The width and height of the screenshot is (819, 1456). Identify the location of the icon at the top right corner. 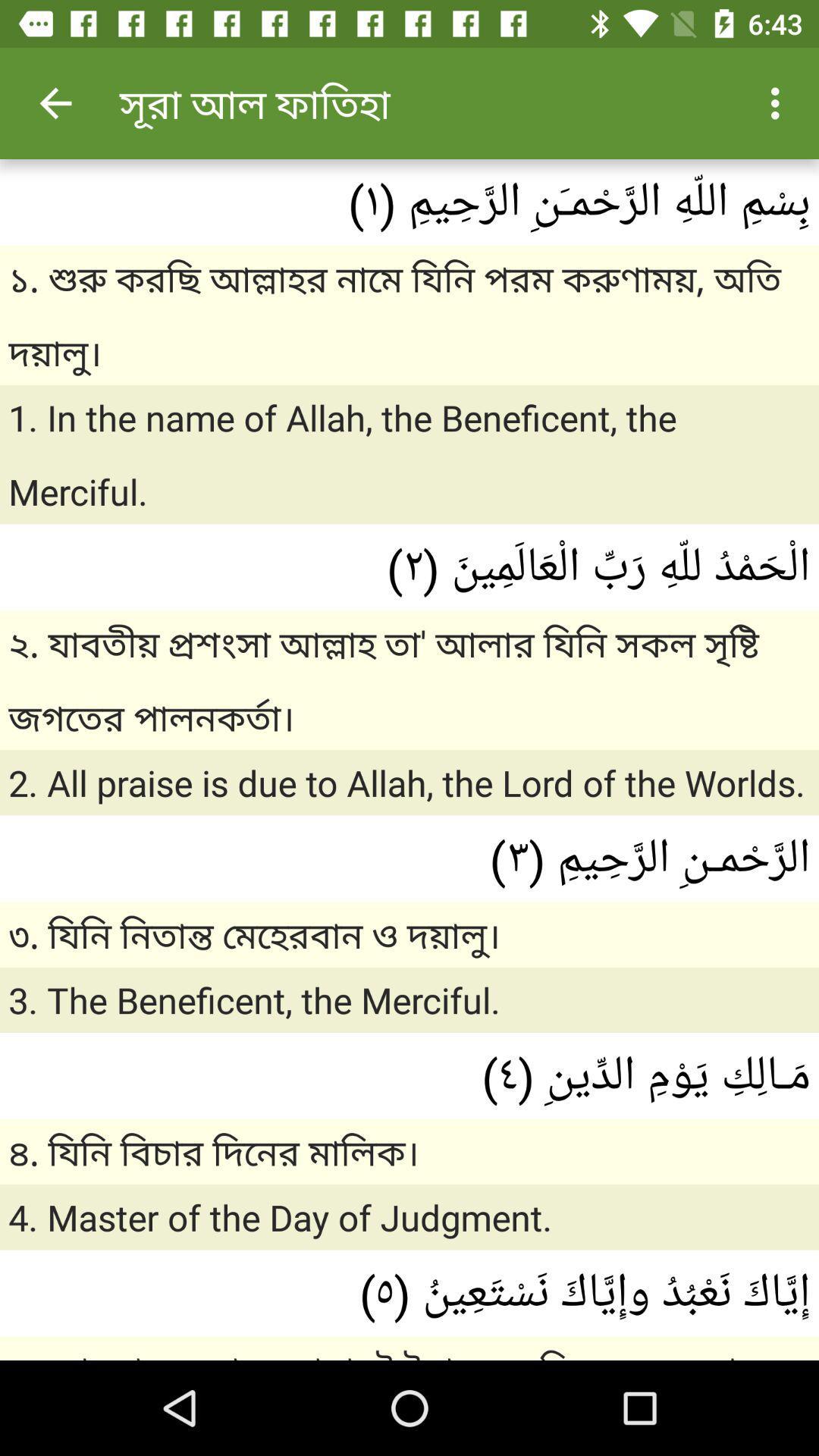
(779, 102).